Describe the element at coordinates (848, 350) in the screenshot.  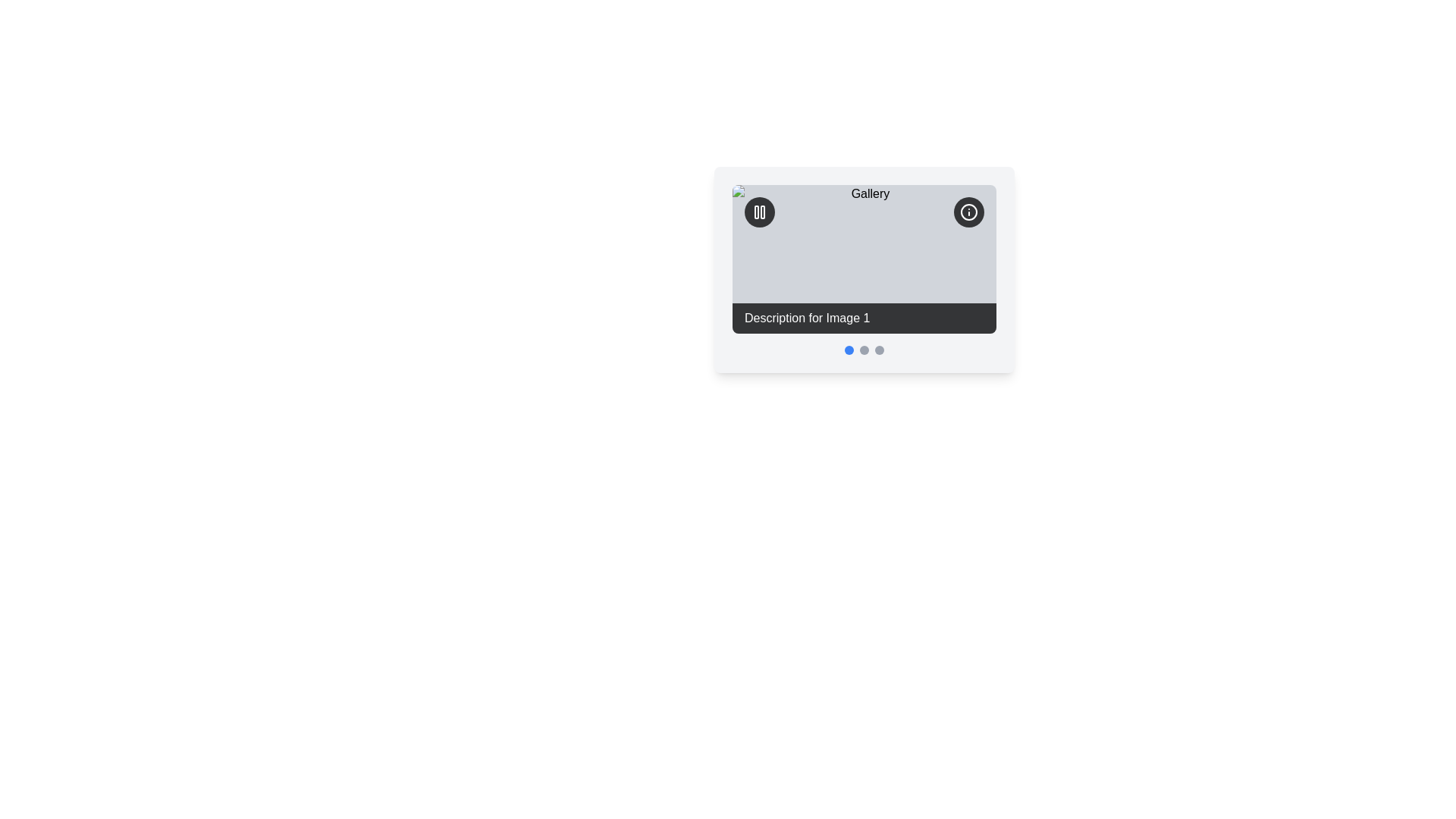
I see `the first circular indicator dot at the bottom-center of the interface` at that location.